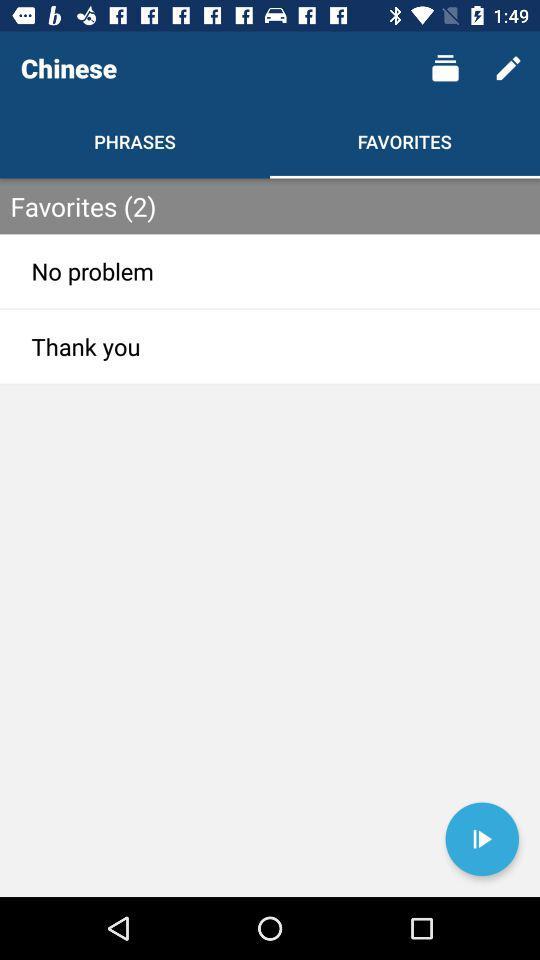  What do you see at coordinates (445, 68) in the screenshot?
I see `the item above the favorites item` at bounding box center [445, 68].